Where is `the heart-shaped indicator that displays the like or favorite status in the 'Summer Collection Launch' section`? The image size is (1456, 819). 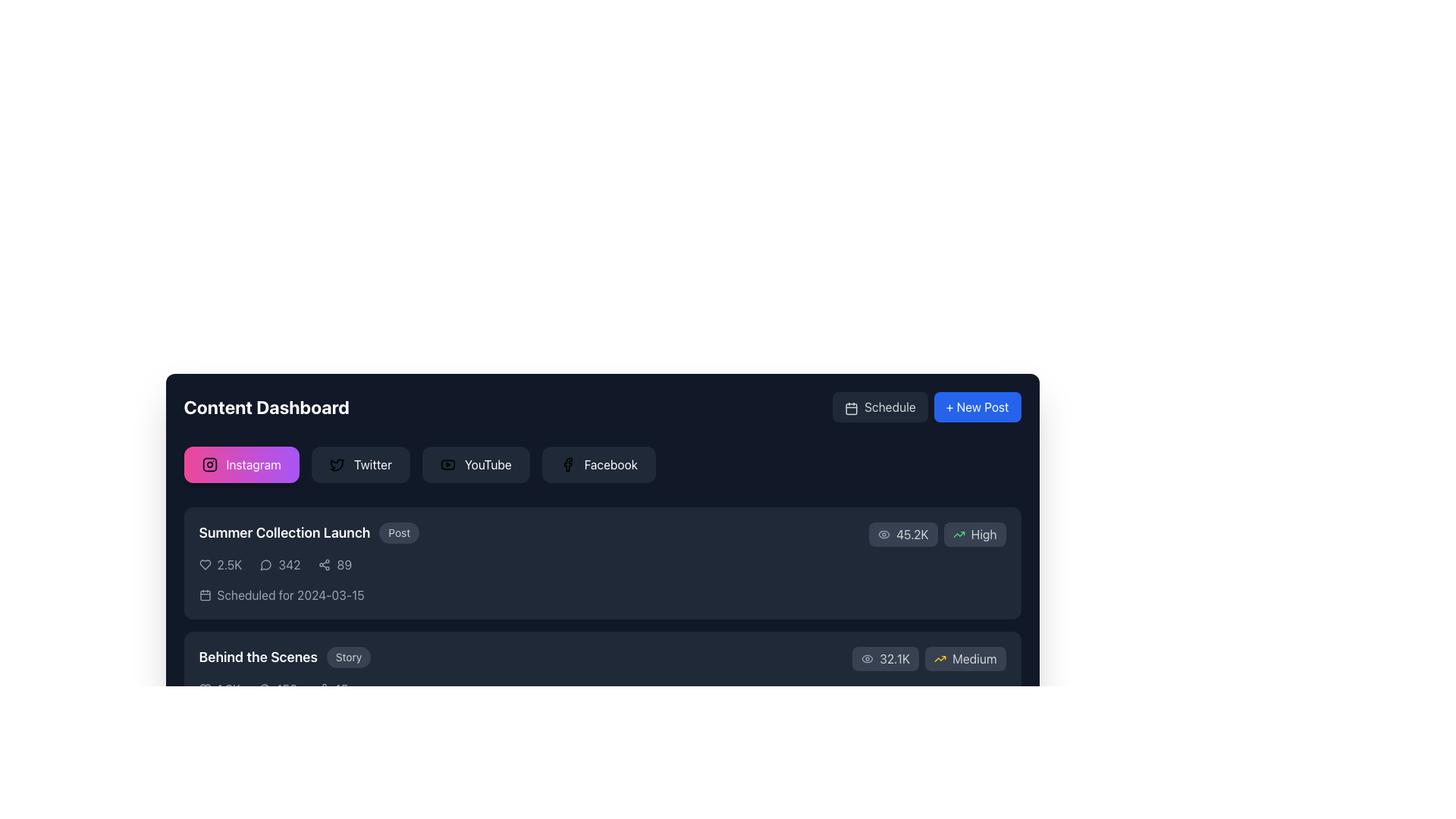 the heart-shaped indicator that displays the like or favorite status in the 'Summer Collection Launch' section is located at coordinates (204, 564).